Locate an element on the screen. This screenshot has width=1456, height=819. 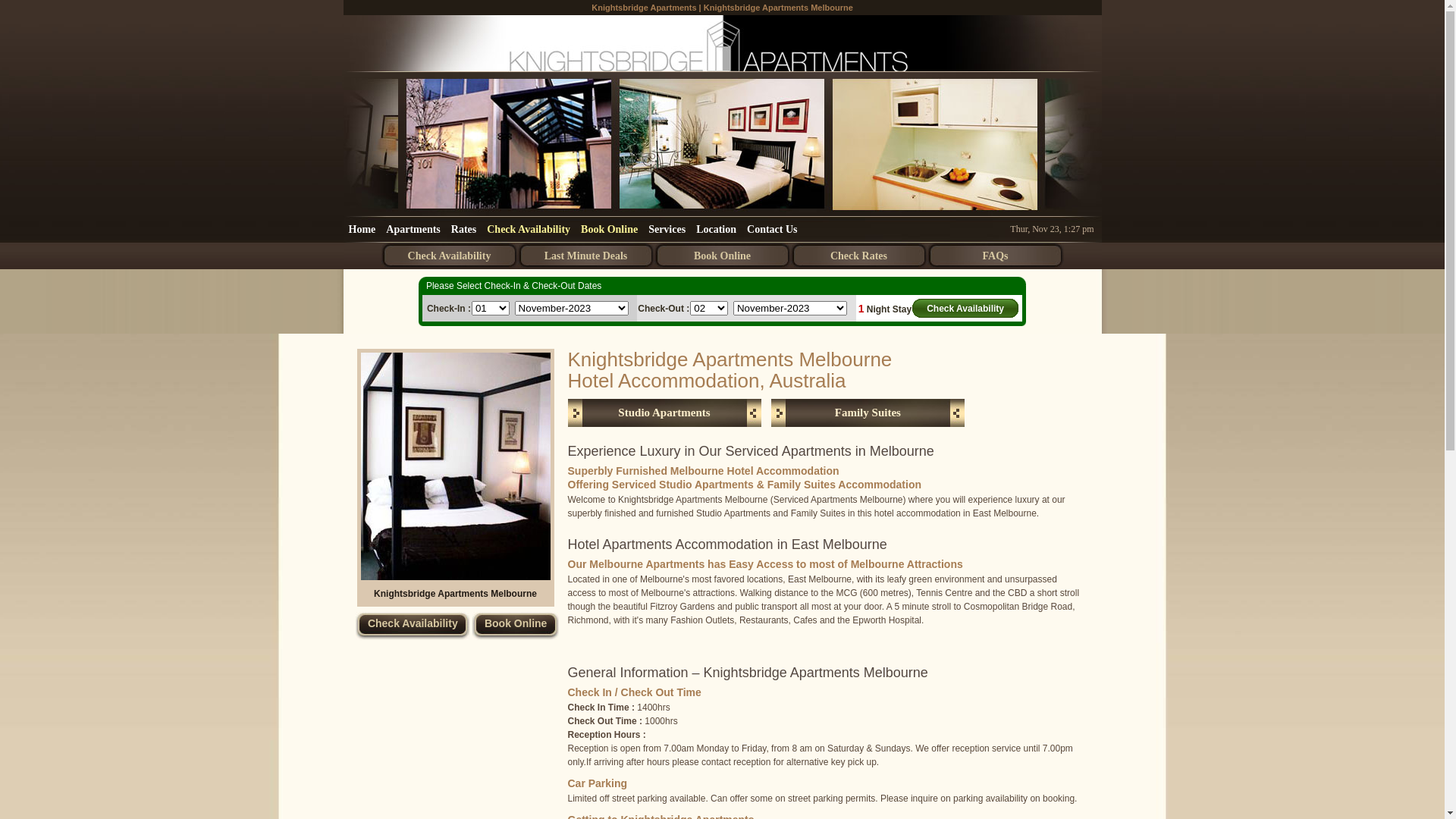
'Knightsbridge Apartments' is located at coordinates (644, 8).